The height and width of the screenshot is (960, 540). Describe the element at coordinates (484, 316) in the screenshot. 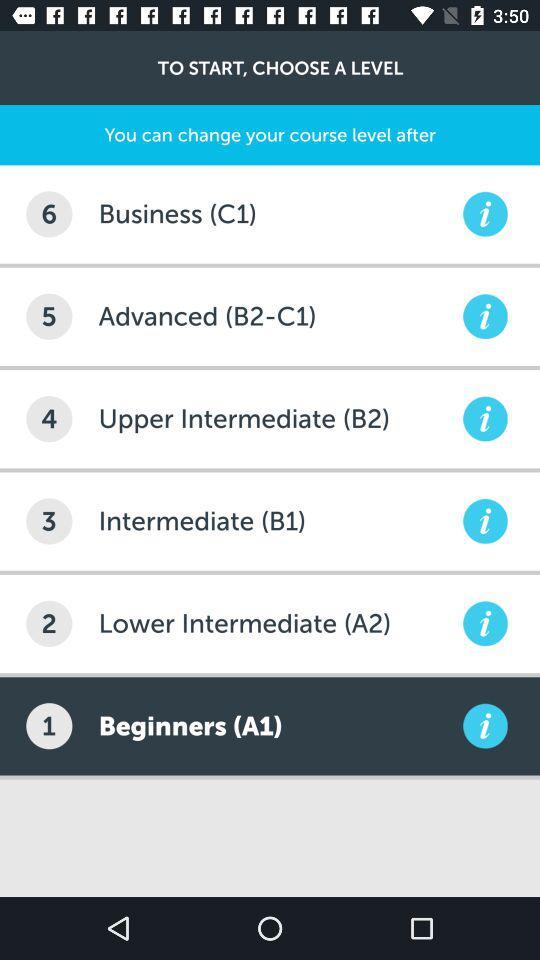

I see `help option` at that location.